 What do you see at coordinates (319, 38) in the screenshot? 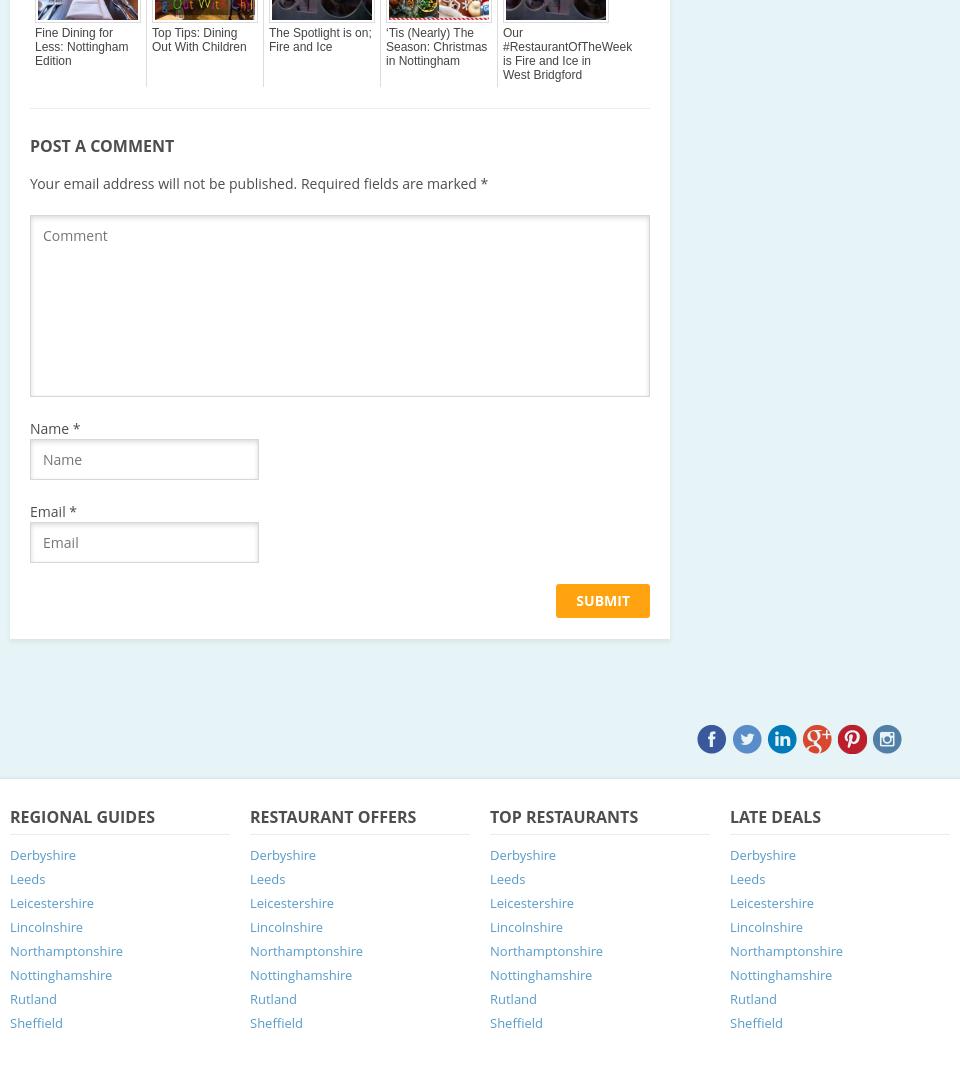
I see `'The Spotlight is on; Fire and Ice'` at bounding box center [319, 38].